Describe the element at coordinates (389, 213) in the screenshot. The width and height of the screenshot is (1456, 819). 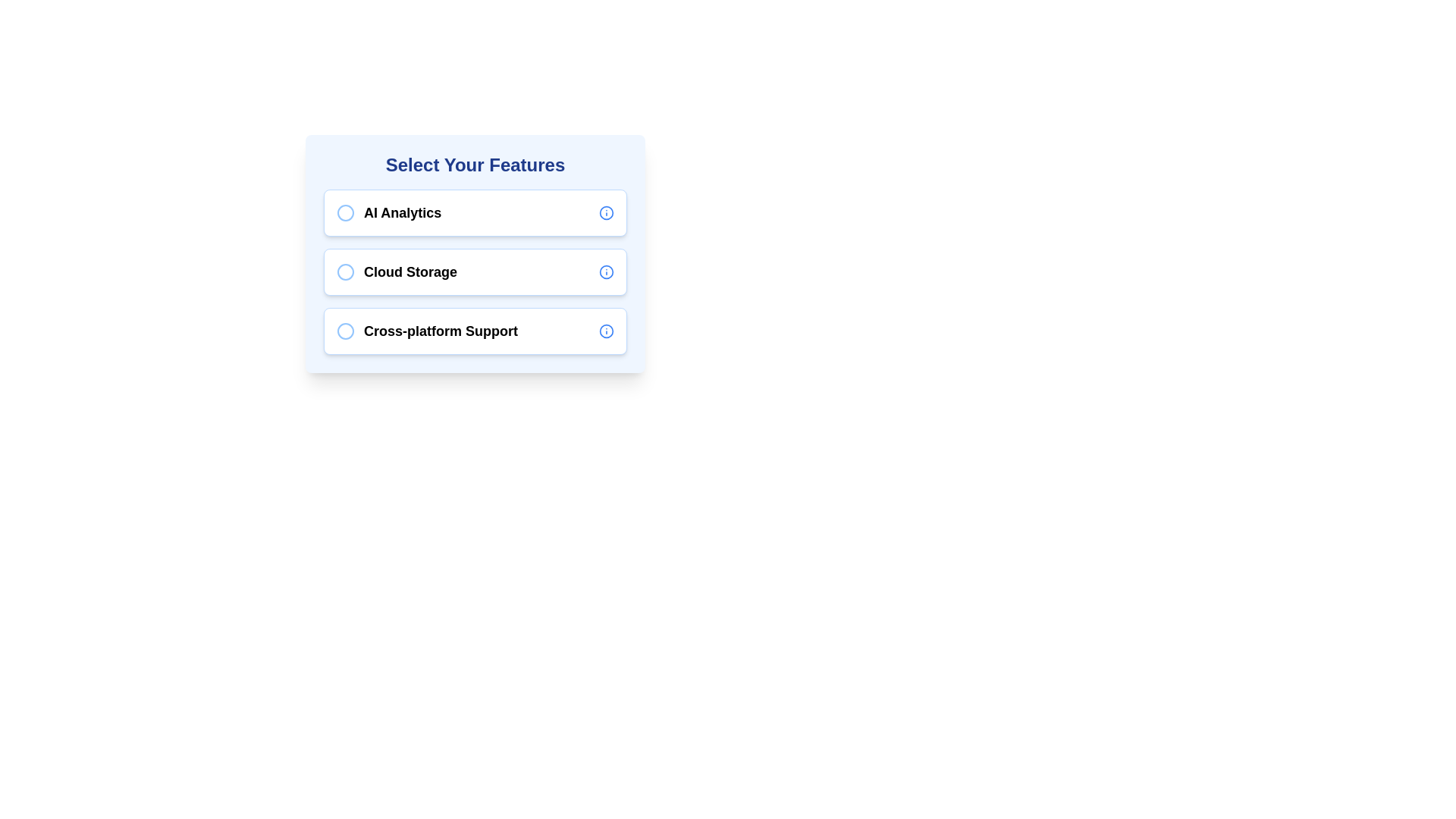
I see `the first selectable feature text label in the 'Select Your Features' card` at that location.